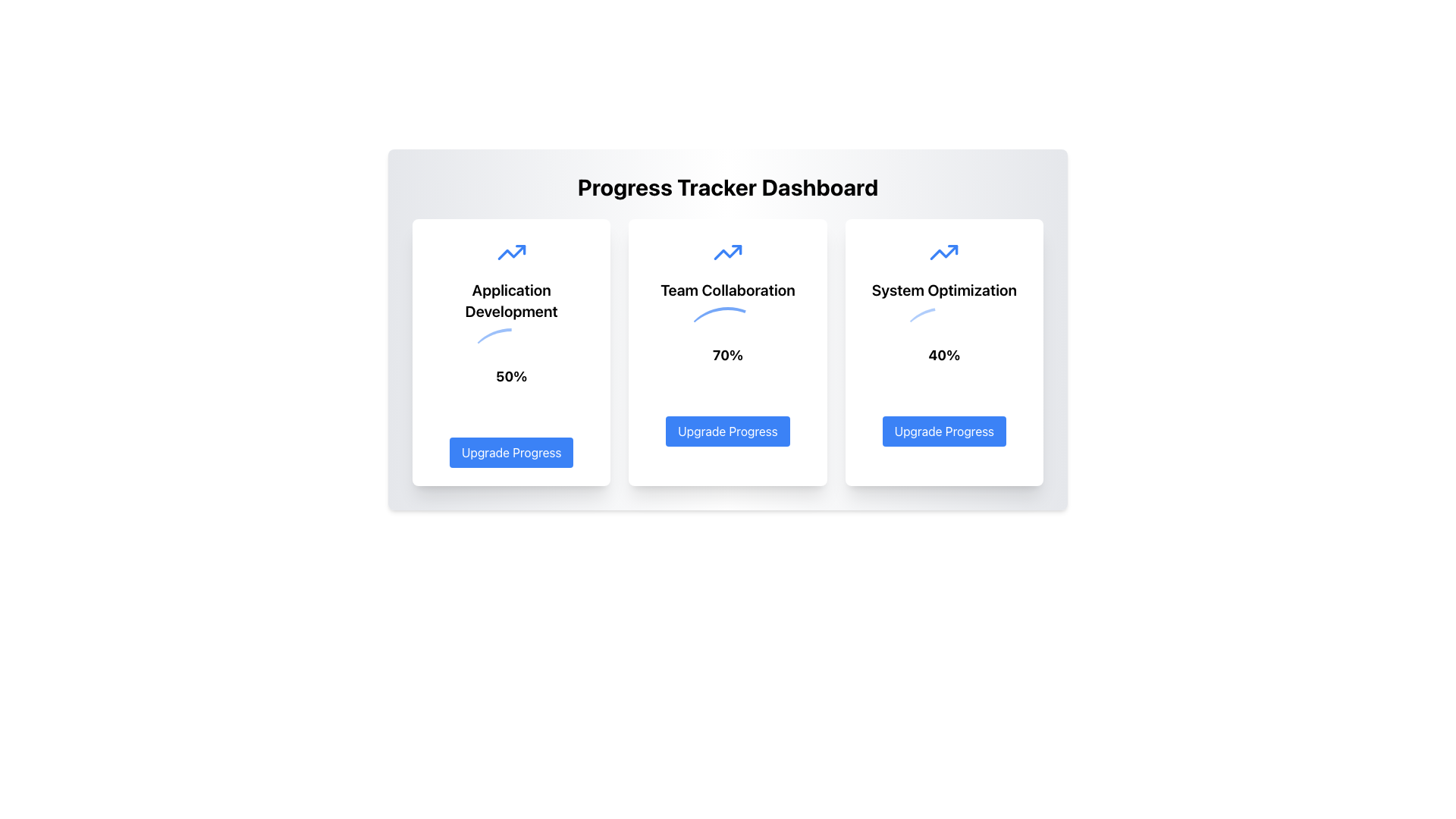 This screenshot has width=1456, height=819. What do you see at coordinates (511, 376) in the screenshot?
I see `the circular progress indicator styled` at bounding box center [511, 376].